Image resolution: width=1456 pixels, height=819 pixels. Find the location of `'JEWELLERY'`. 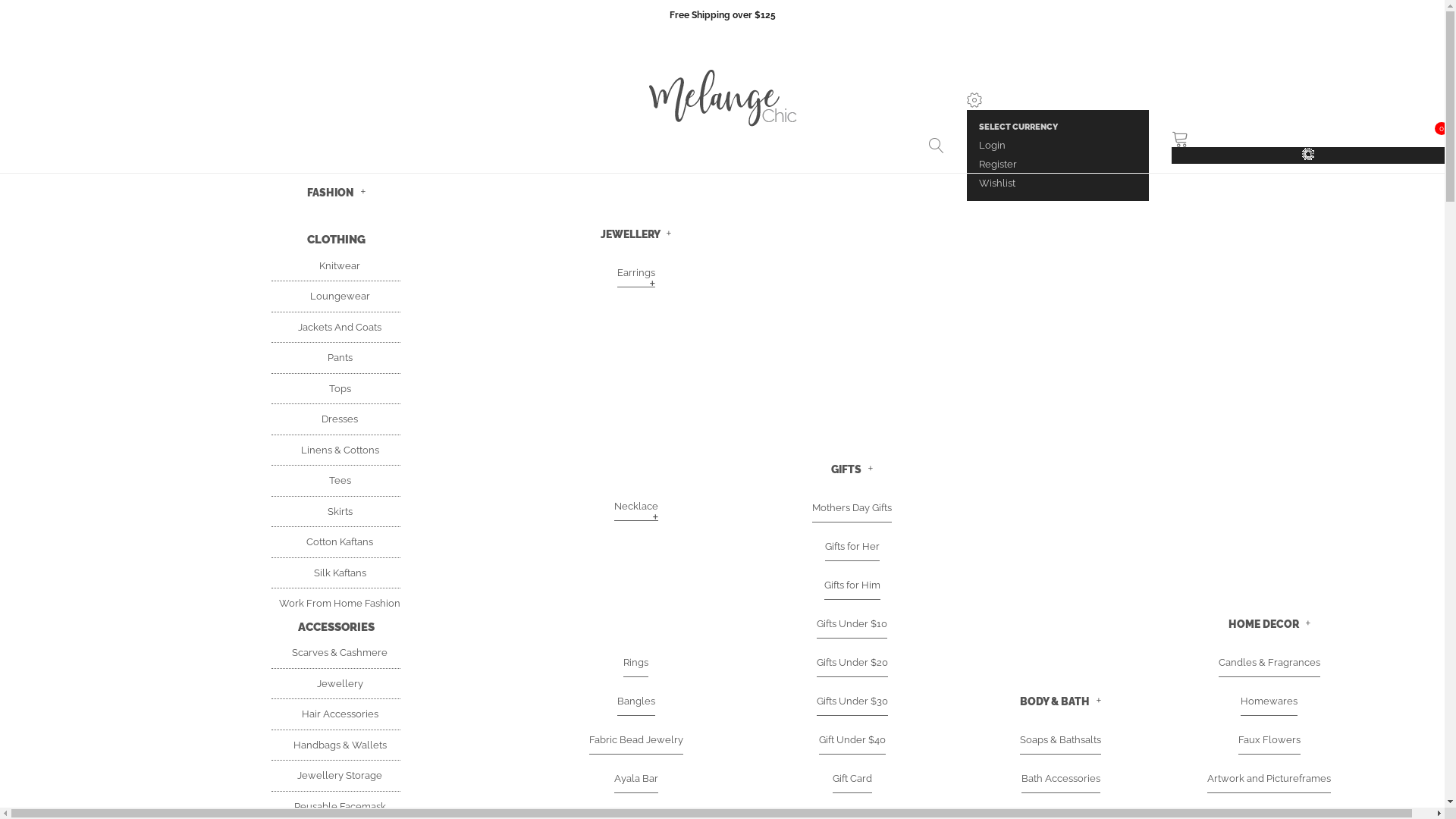

'JEWELLERY' is located at coordinates (635, 234).